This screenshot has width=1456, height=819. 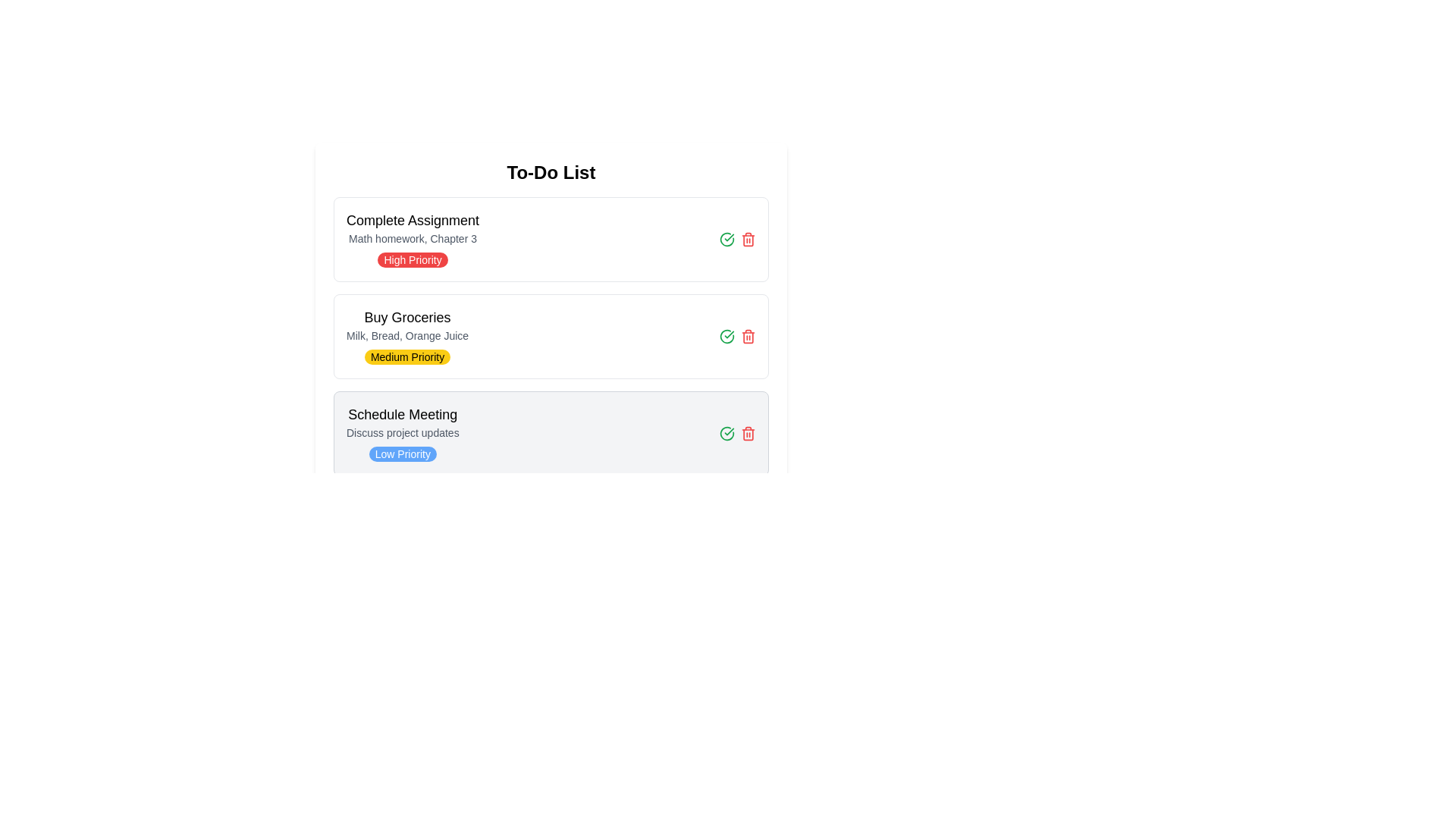 I want to click on the 'Complete Assignment' list item, so click(x=413, y=239).